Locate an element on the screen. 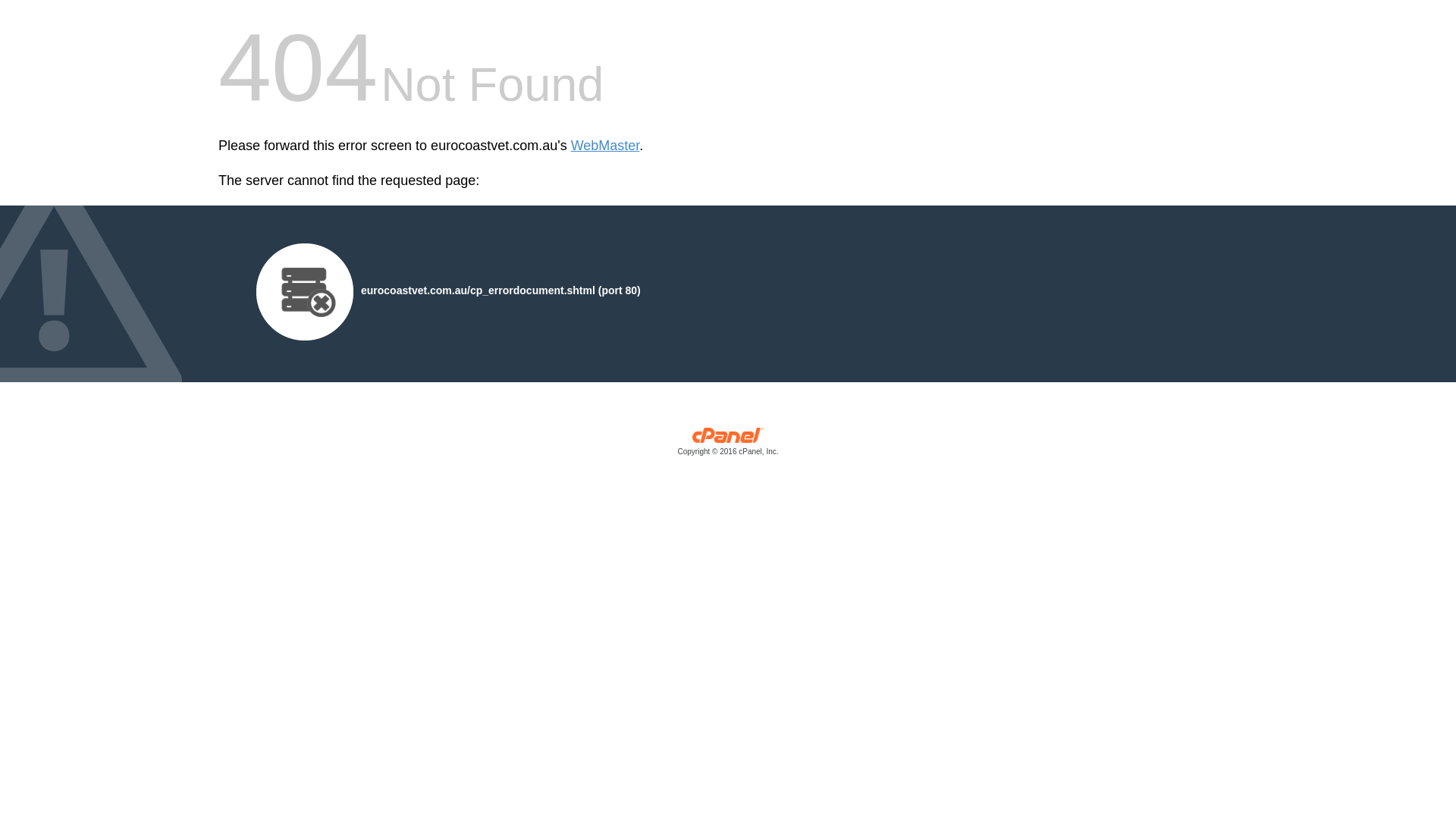  'WebMaster' is located at coordinates (570, 146).